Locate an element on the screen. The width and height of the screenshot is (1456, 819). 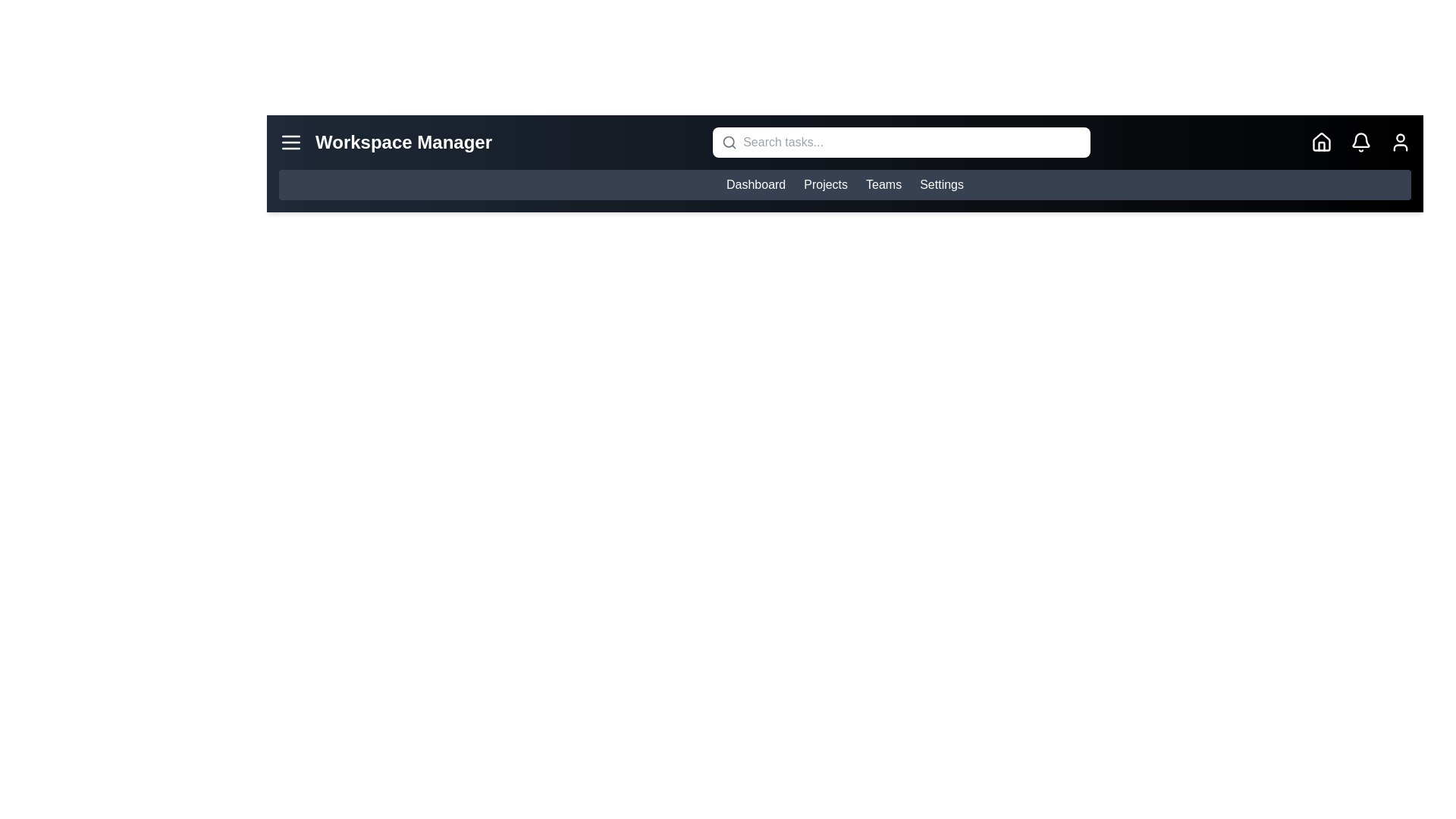
the User icon to open the user profile or settings is located at coordinates (1400, 143).